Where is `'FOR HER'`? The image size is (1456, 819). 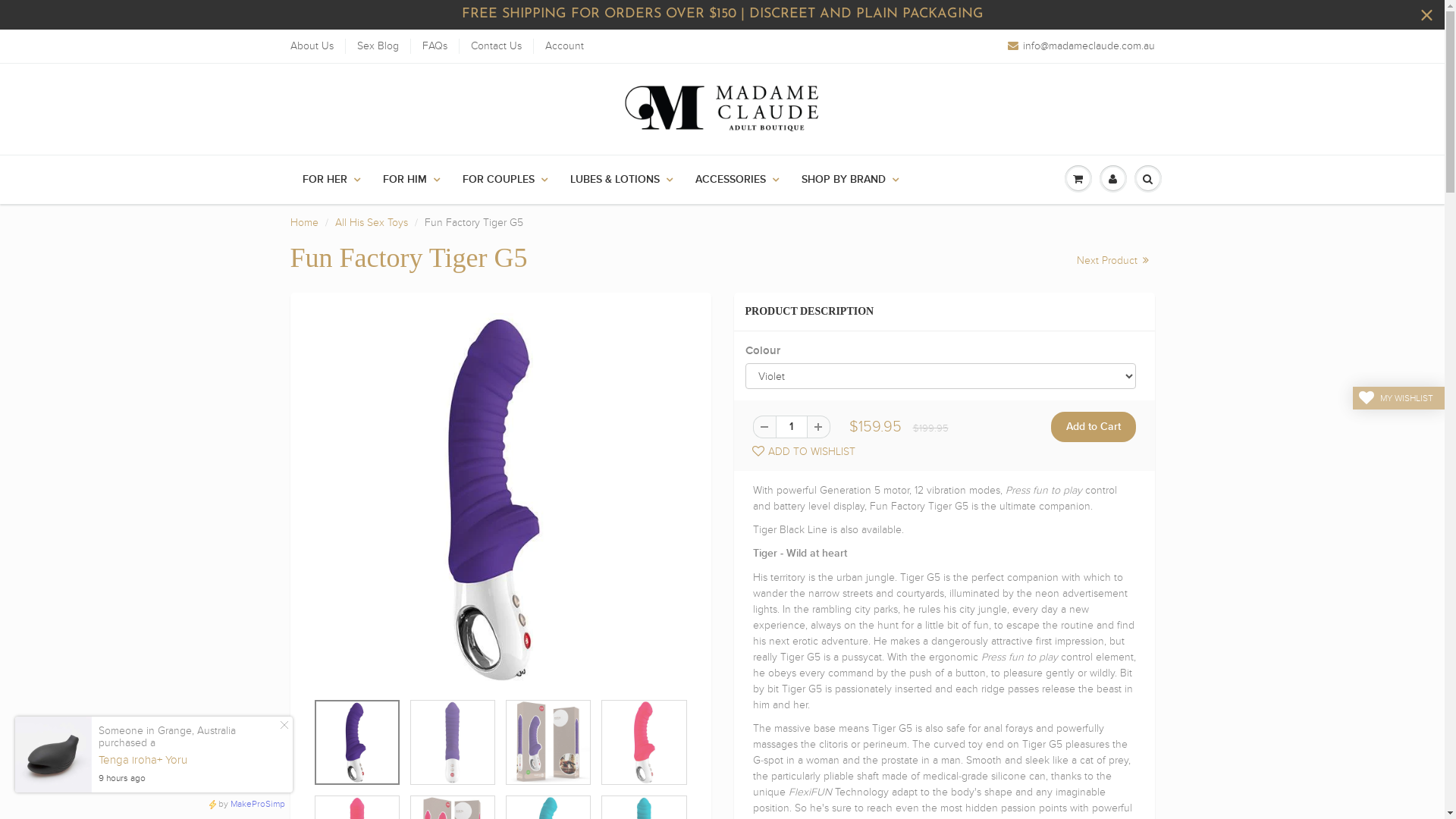 'FOR HER' is located at coordinates (291, 178).